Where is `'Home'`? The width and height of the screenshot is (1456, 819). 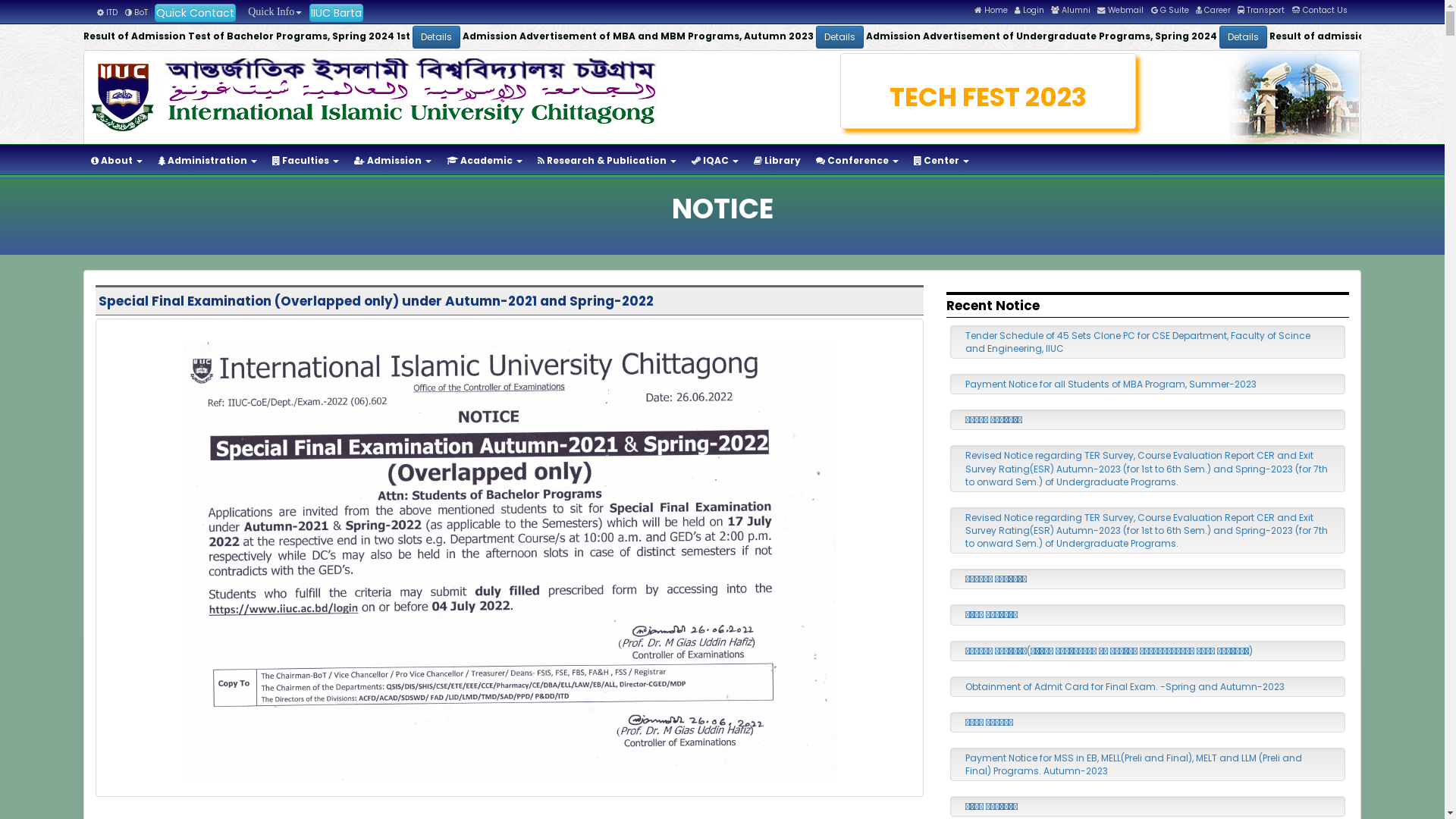
'Home' is located at coordinates (990, 10).